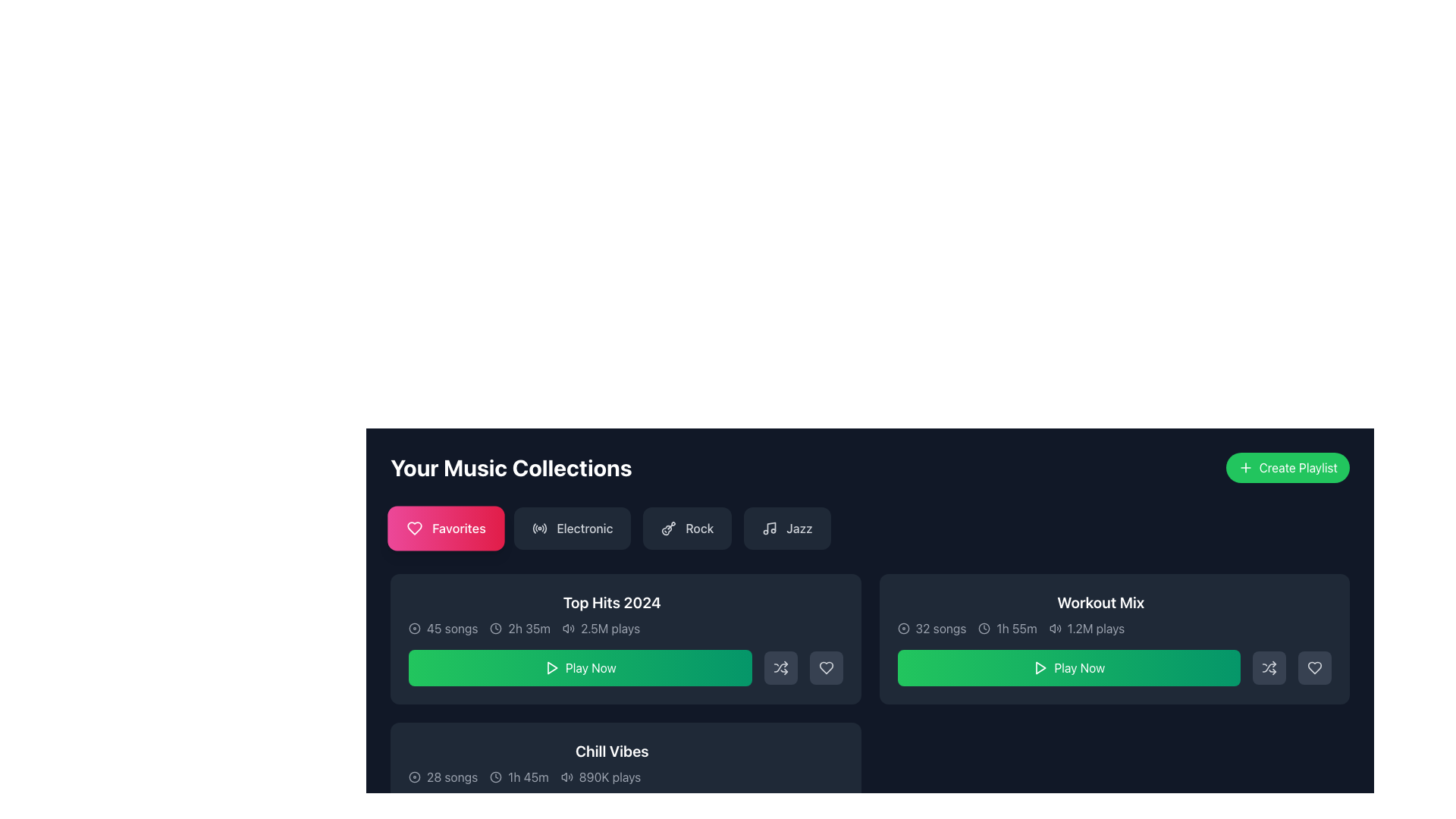 This screenshot has width=1456, height=819. What do you see at coordinates (1096, 629) in the screenshot?
I see `displayed text '1.2M plays' on the Label located in the 'Workout Mix' card` at bounding box center [1096, 629].